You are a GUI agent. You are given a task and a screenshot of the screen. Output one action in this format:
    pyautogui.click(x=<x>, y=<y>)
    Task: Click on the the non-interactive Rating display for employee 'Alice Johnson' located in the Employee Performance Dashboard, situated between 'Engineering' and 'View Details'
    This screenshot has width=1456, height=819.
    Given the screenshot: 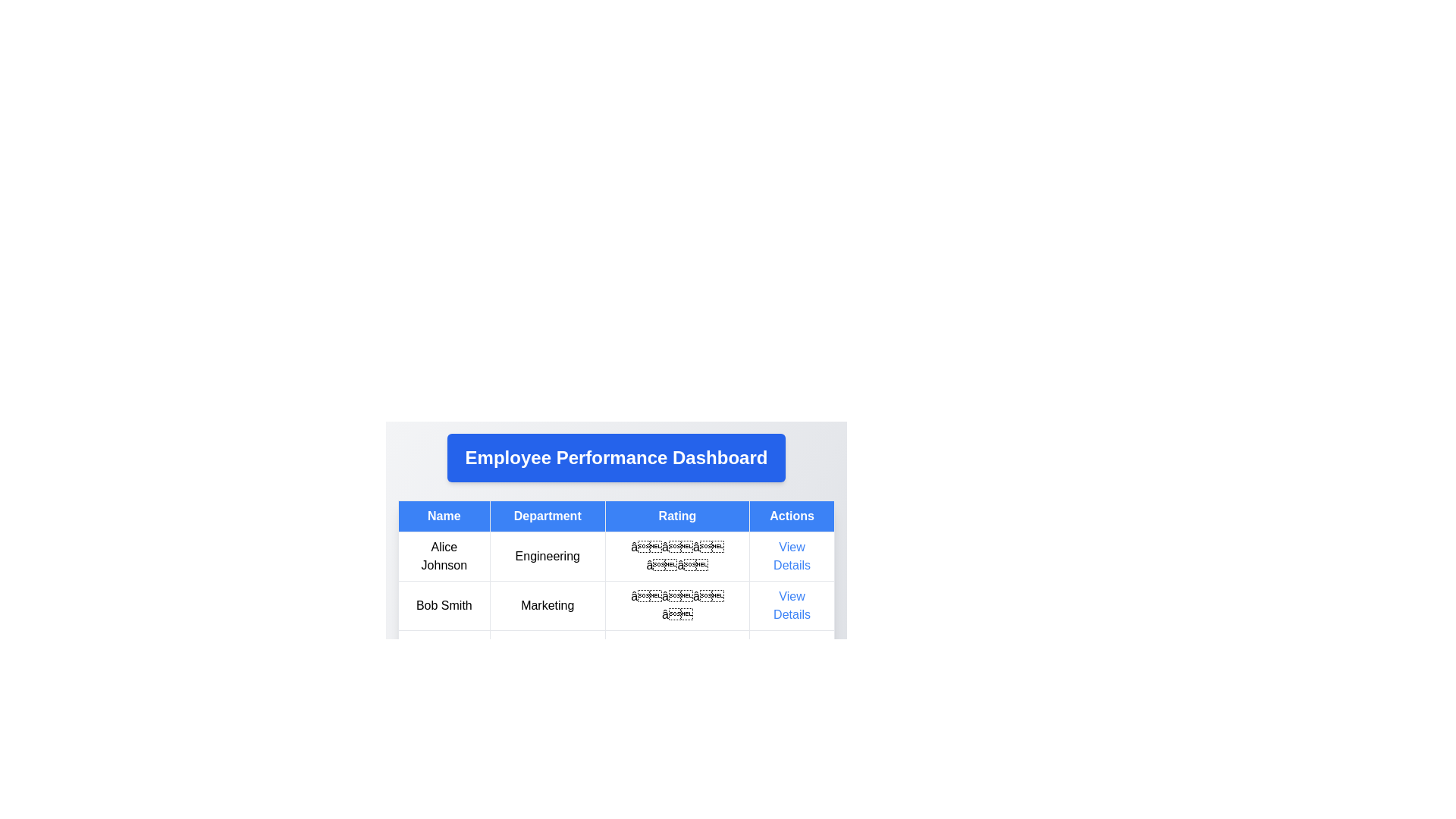 What is the action you would take?
    pyautogui.click(x=676, y=556)
    